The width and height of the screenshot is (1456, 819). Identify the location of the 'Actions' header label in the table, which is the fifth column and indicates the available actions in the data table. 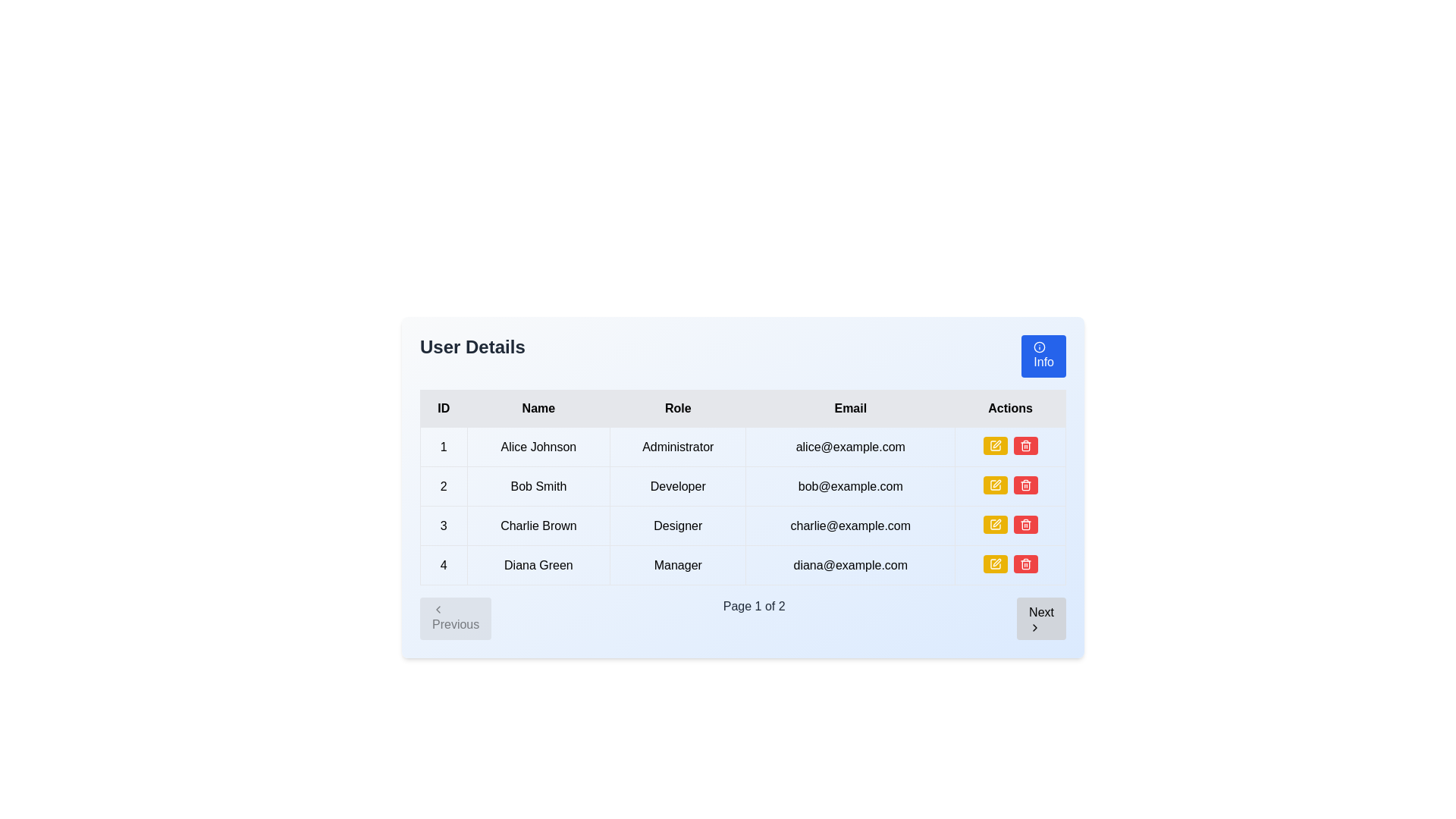
(1010, 408).